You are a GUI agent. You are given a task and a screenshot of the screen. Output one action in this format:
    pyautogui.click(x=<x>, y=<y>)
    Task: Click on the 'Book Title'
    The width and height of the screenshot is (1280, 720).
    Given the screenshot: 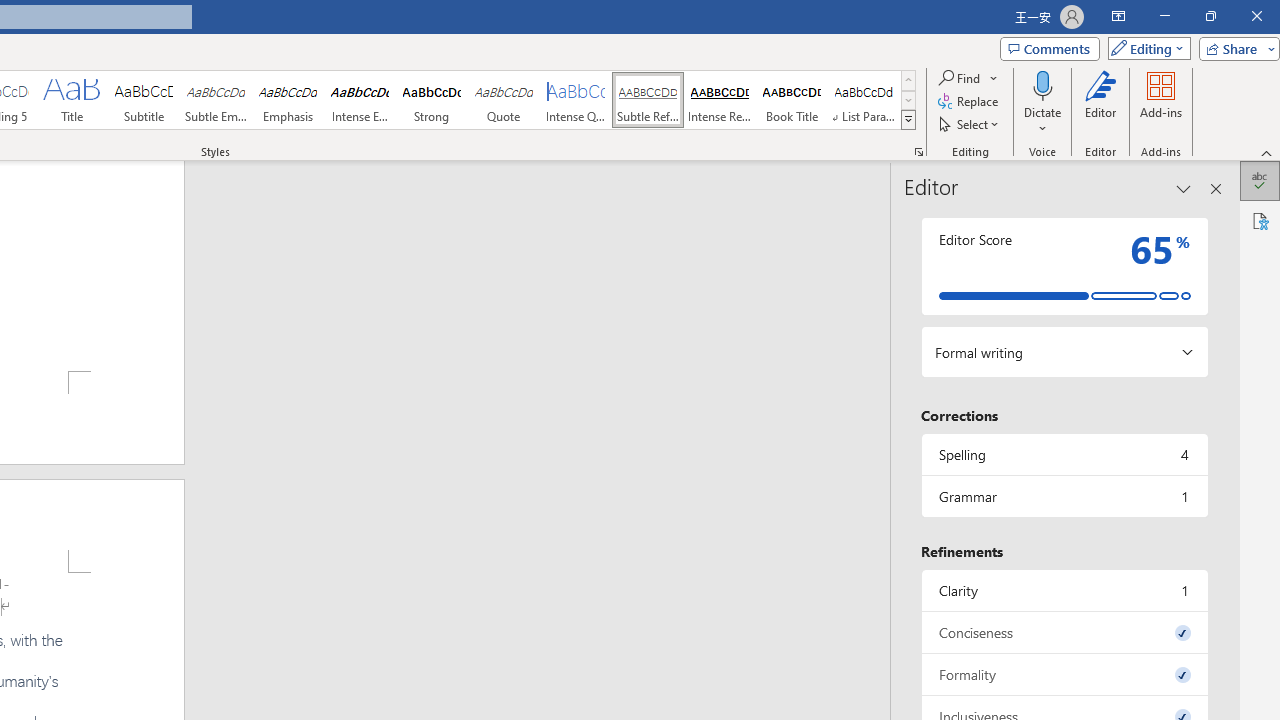 What is the action you would take?
    pyautogui.click(x=791, y=100)
    